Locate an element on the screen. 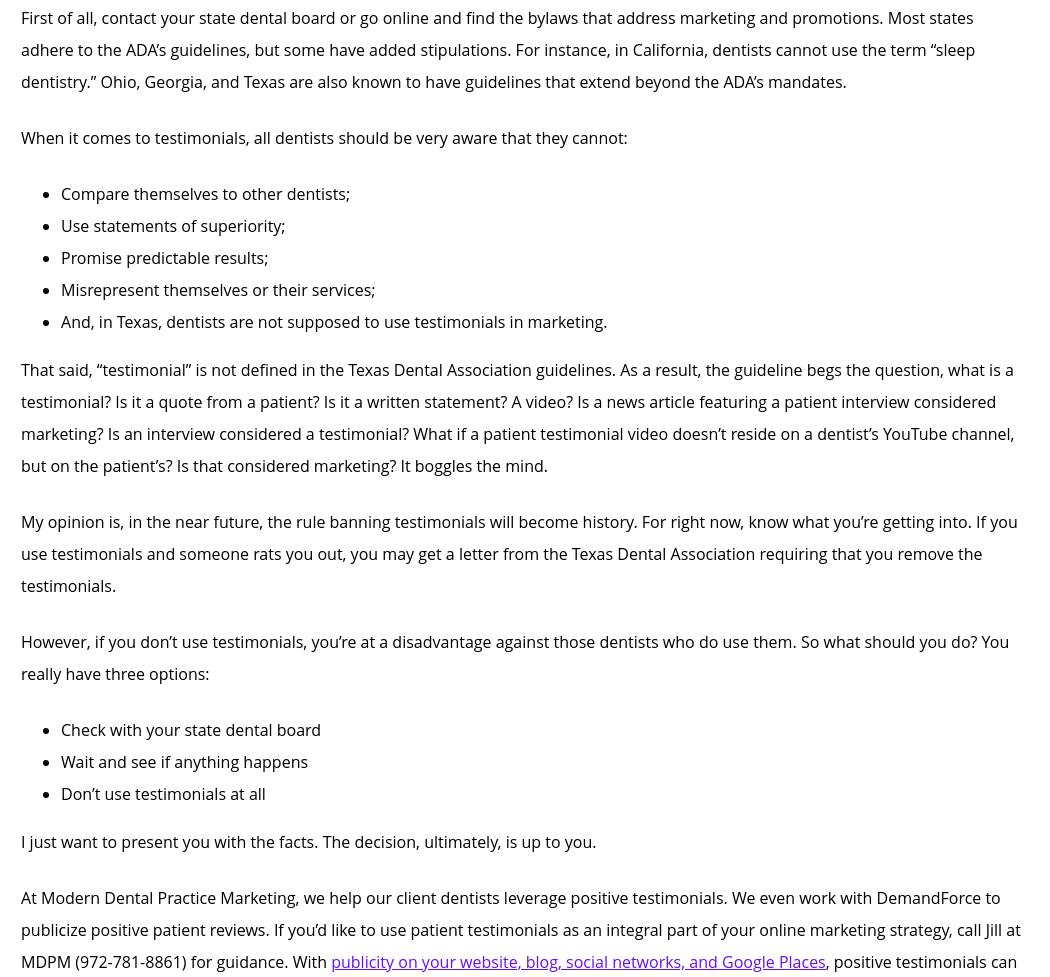 The width and height of the screenshot is (1050, 977). 'When it comes to testimonials, all dentists should be very aware that they cannot:' is located at coordinates (324, 137).